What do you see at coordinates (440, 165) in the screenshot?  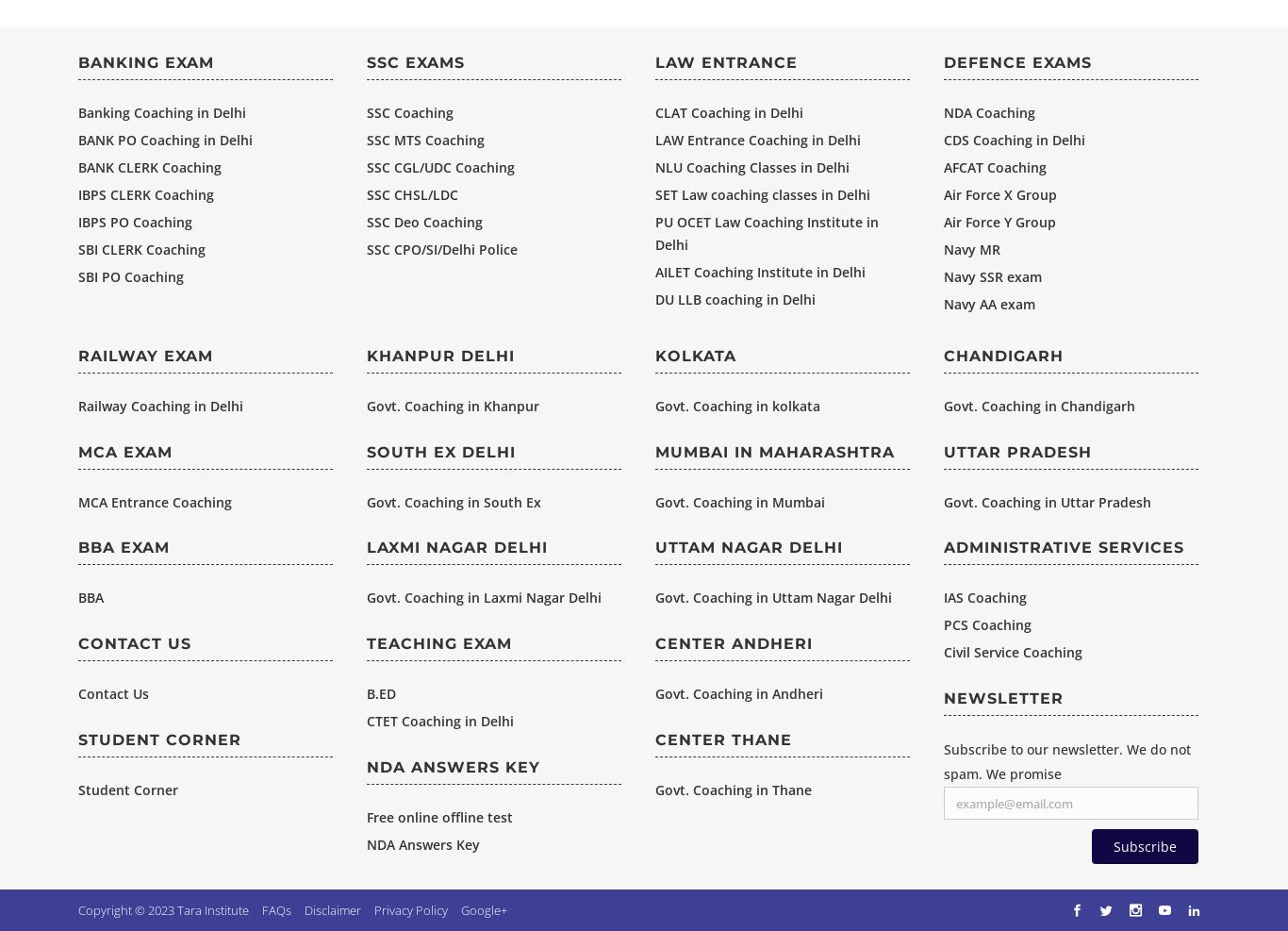 I see `'SSC CGL/UDC Coaching'` at bounding box center [440, 165].